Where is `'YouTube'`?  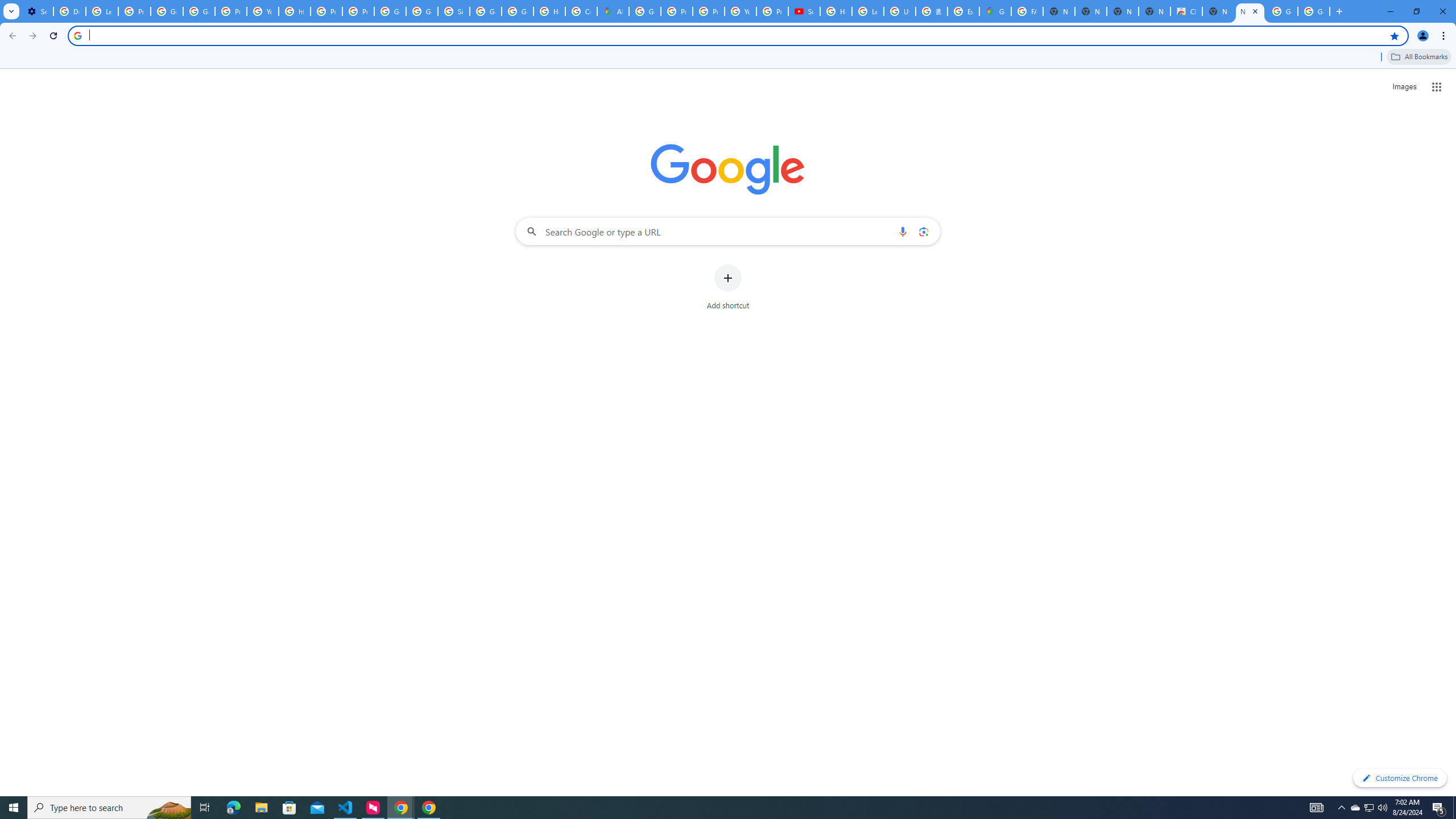 'YouTube' is located at coordinates (262, 11).